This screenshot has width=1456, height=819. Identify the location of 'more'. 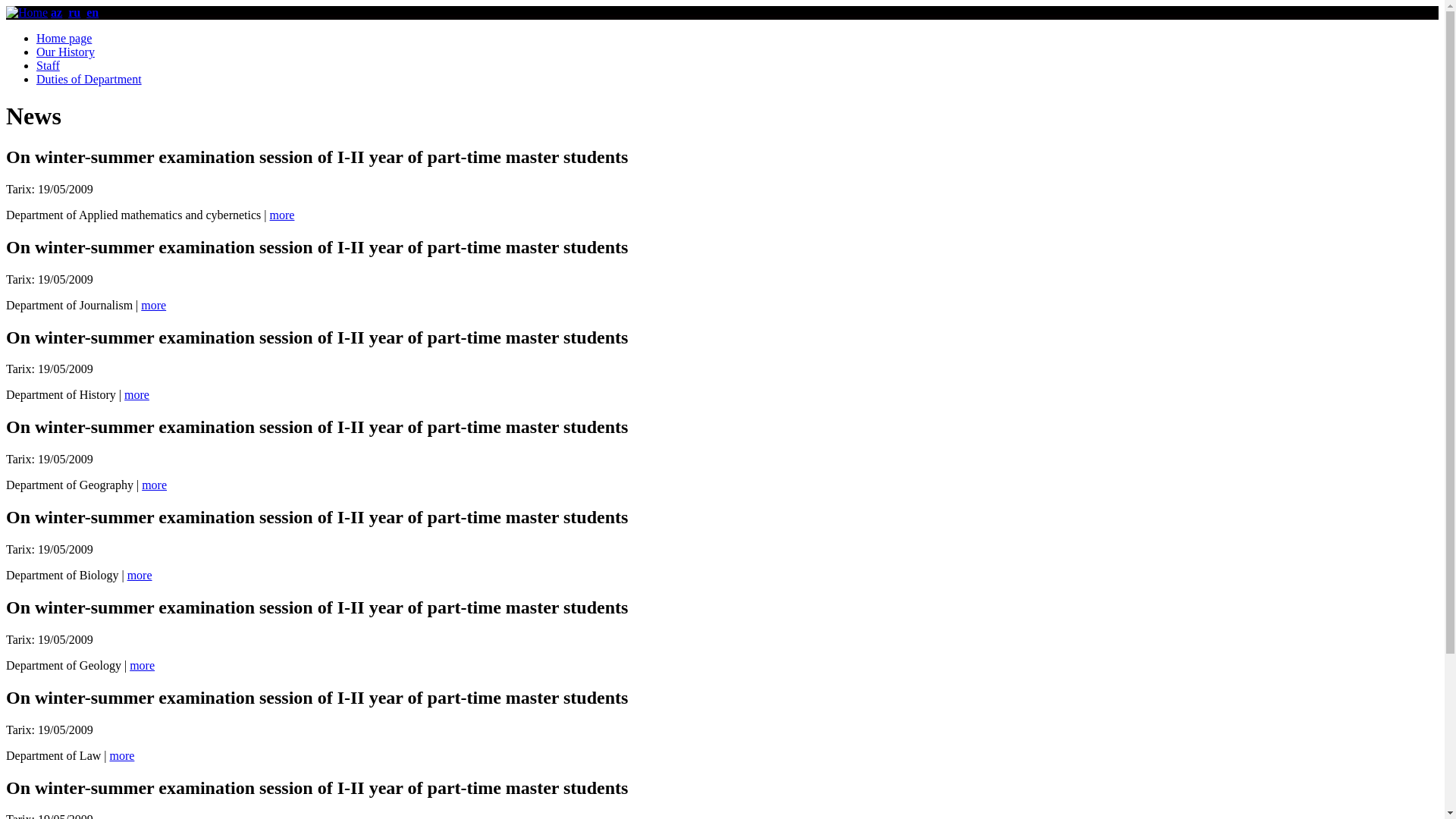
(140, 575).